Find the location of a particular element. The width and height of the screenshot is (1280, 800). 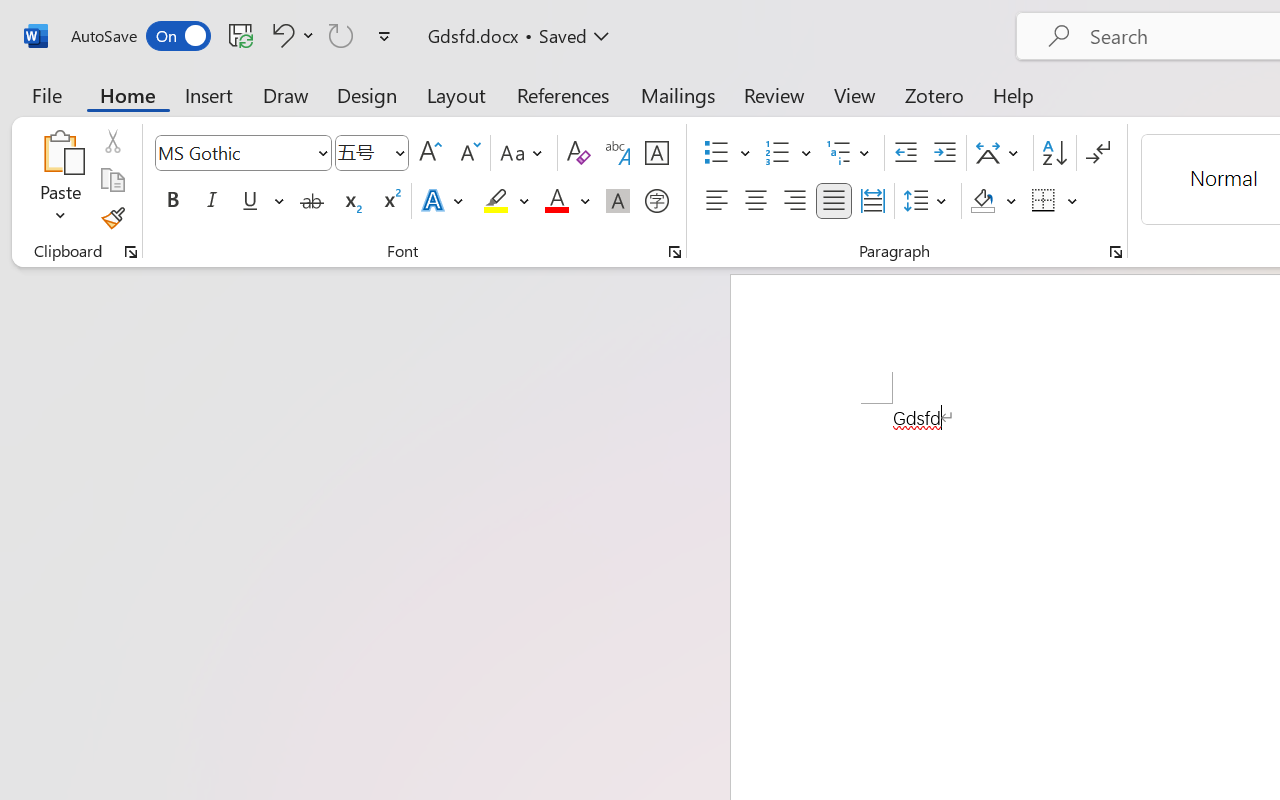

'Can' is located at coordinates (341, 34).